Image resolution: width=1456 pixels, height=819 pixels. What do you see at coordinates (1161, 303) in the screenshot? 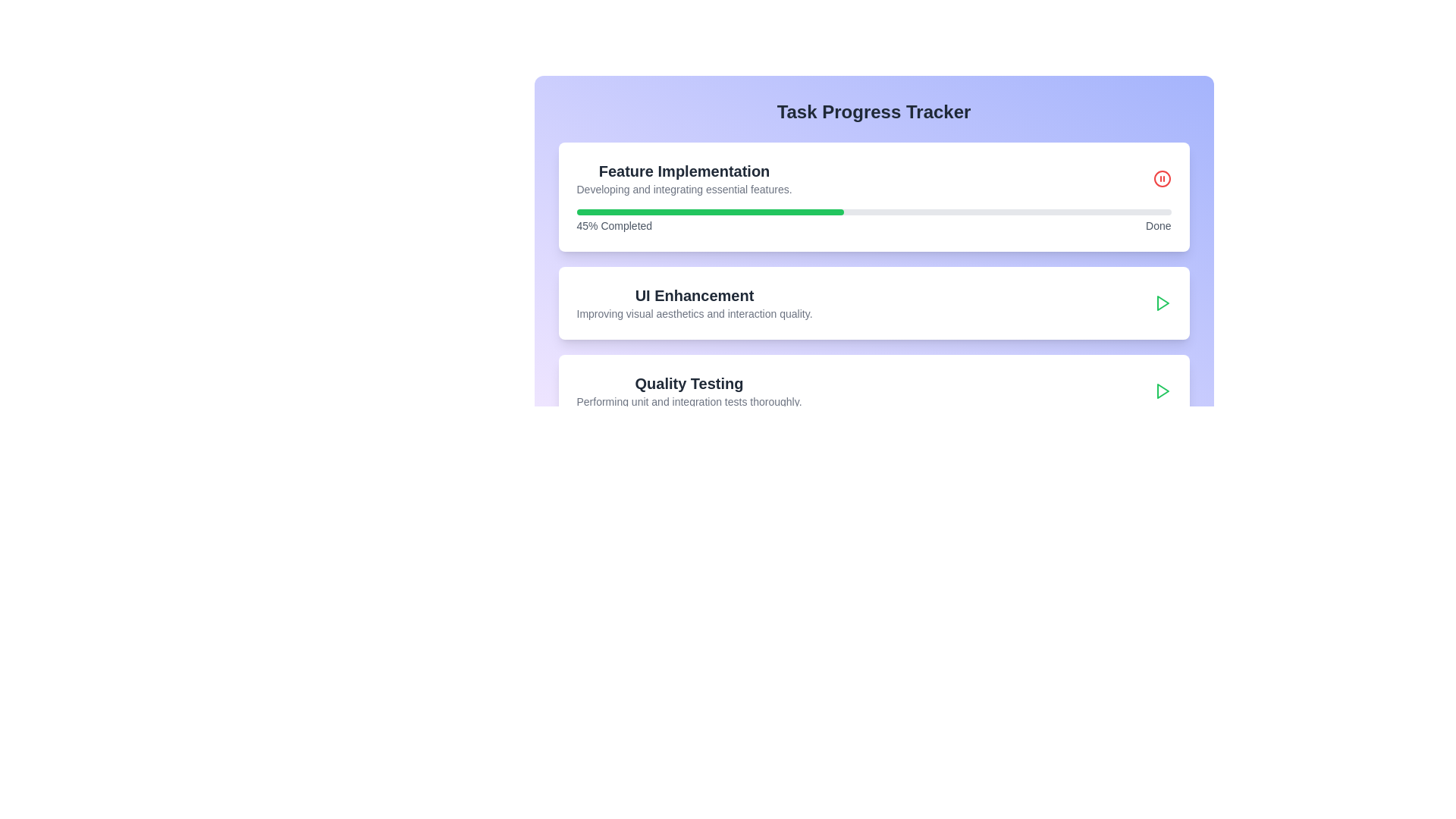
I see `the play icon button, which is a green triangle pointing to the right located in the second row containing the text 'UI Enhancement'` at bounding box center [1161, 303].